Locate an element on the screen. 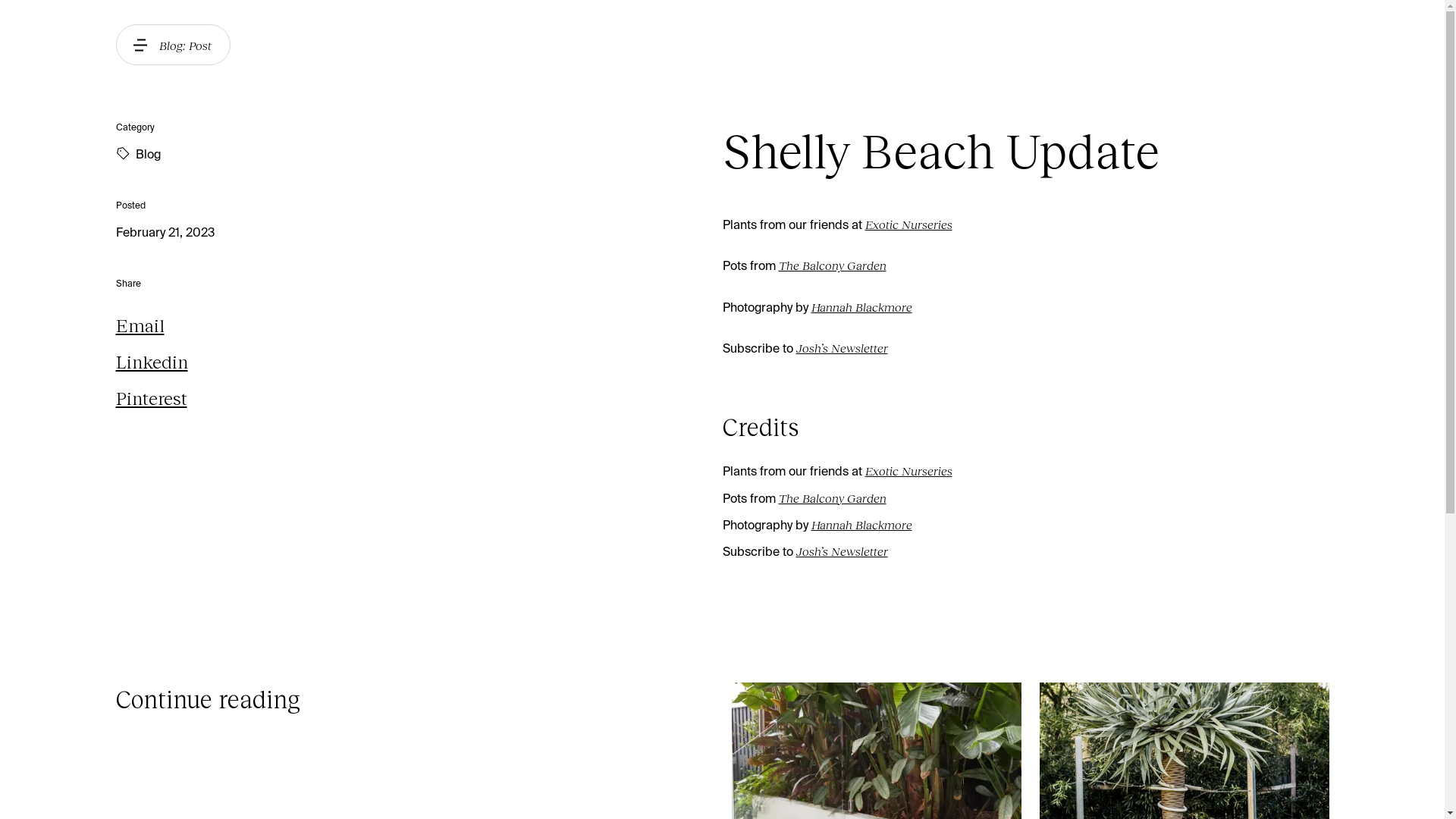 Image resolution: width=1456 pixels, height=819 pixels. 'Hannah Blackmore' is located at coordinates (861, 307).